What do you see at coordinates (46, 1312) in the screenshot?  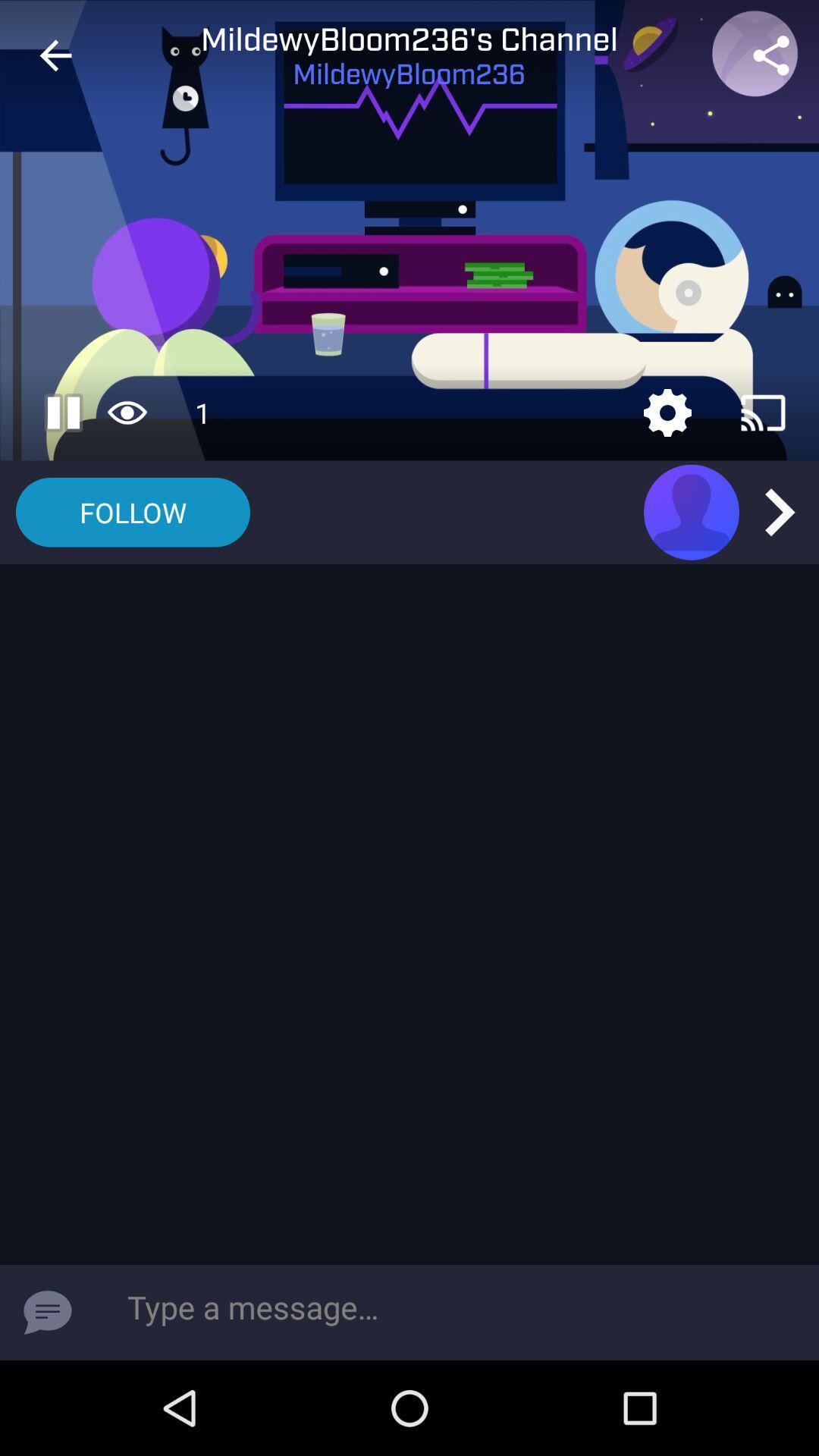 I see `send message` at bounding box center [46, 1312].